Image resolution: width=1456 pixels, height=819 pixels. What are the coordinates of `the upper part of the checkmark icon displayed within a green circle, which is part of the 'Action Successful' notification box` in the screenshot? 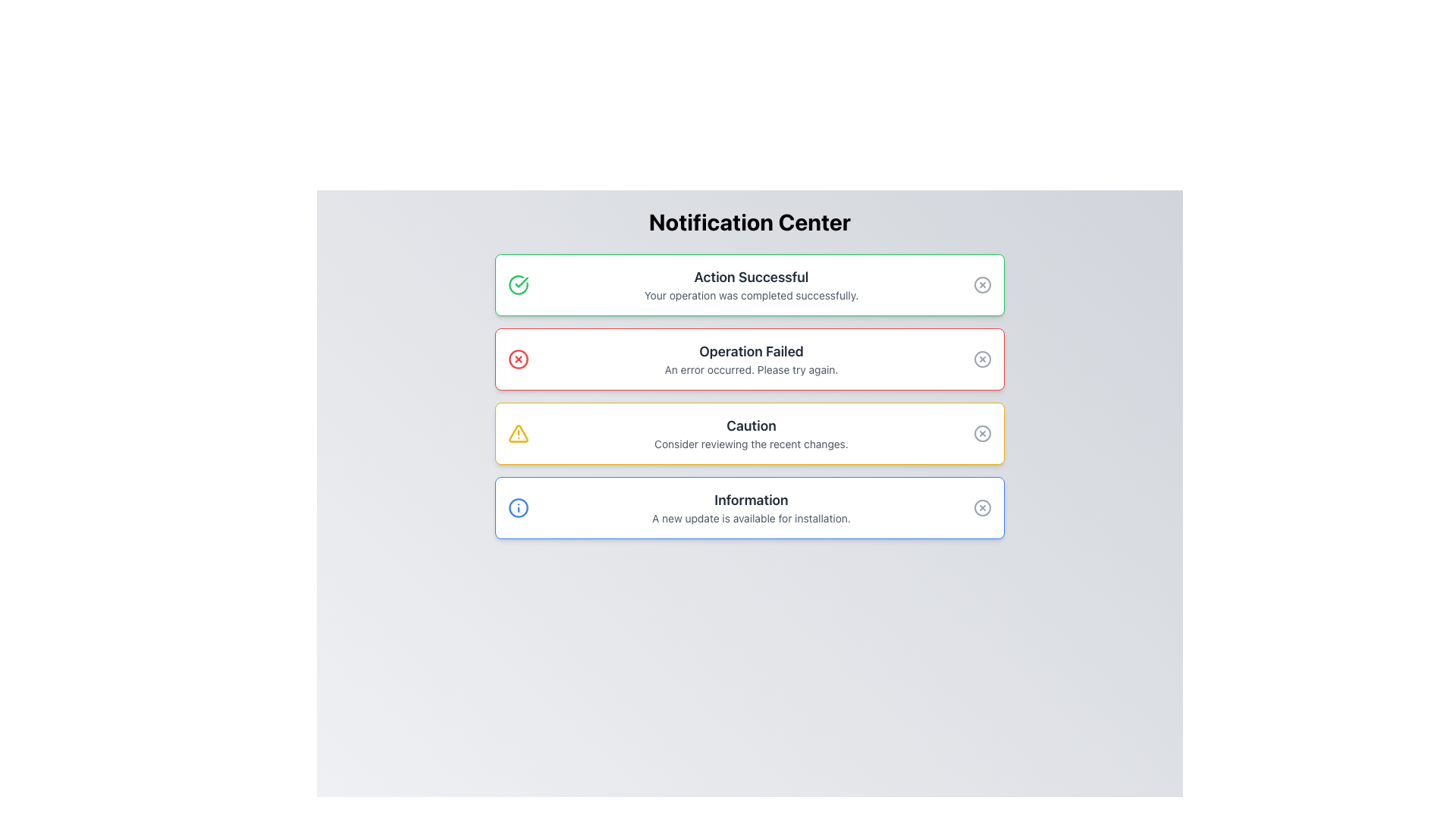 It's located at (519, 284).